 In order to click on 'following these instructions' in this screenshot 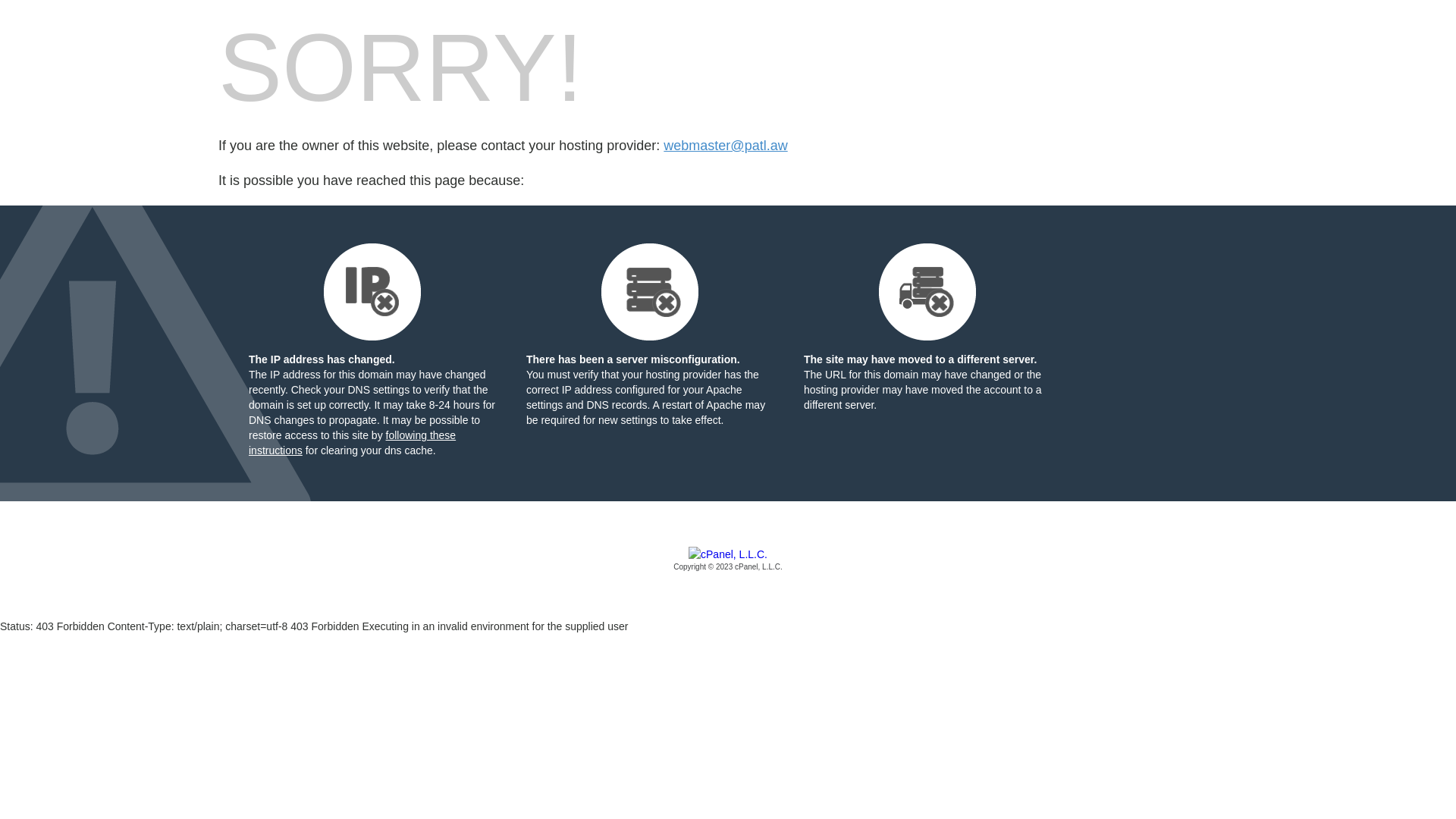, I will do `click(351, 442)`.